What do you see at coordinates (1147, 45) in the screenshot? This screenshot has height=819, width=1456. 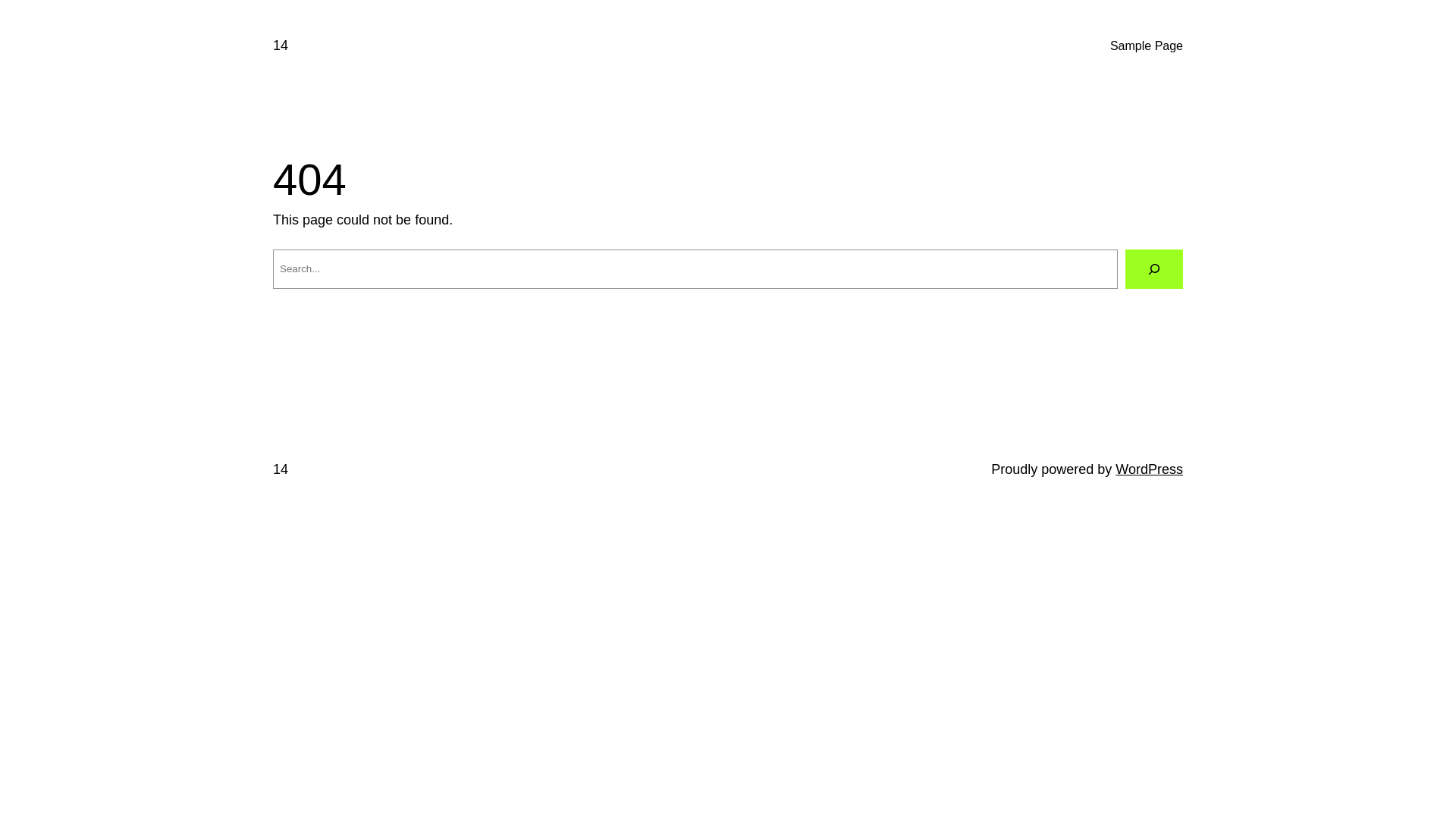 I see `'Sample Page'` at bounding box center [1147, 45].